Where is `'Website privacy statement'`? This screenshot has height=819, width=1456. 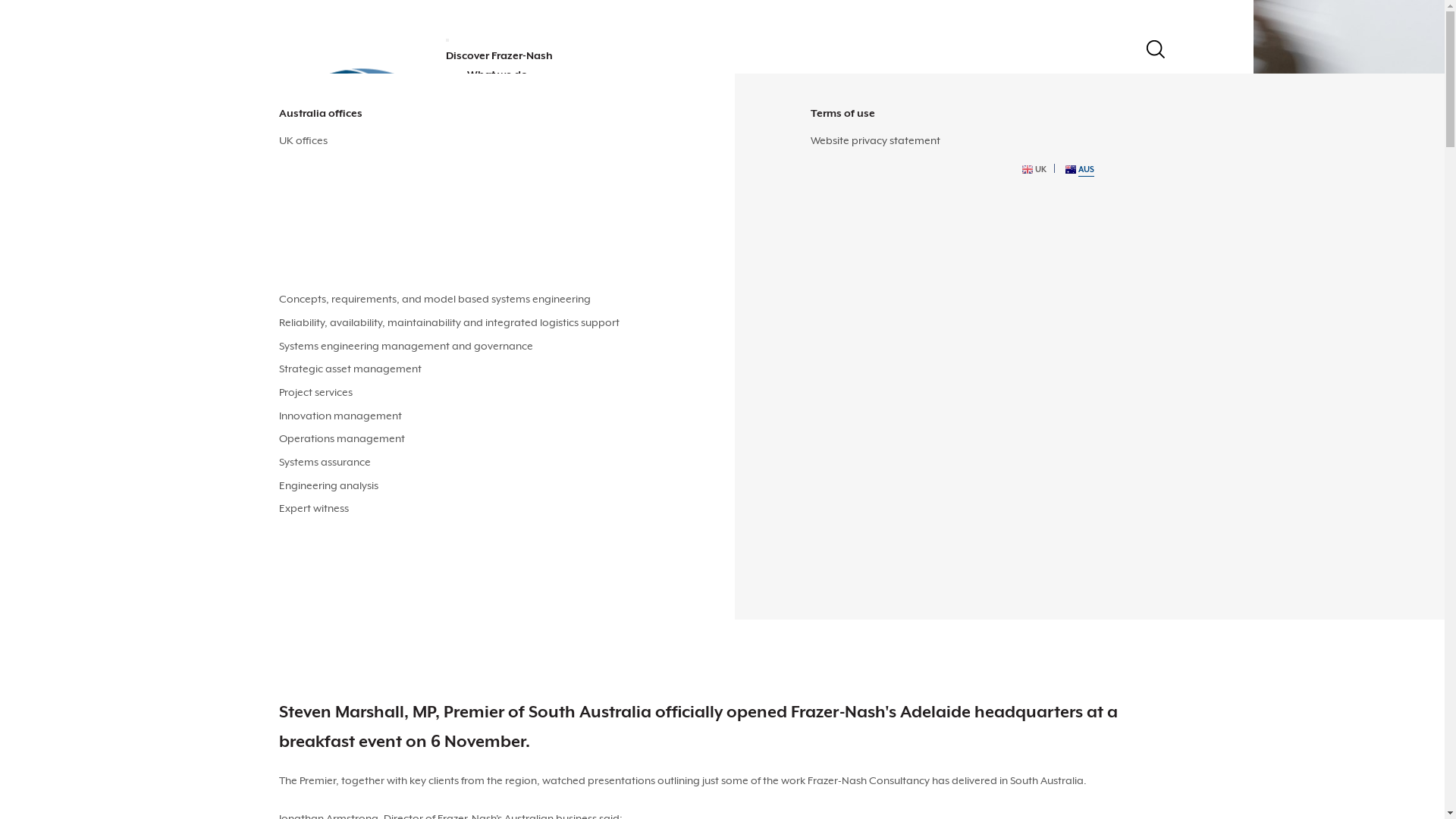 'Website privacy statement' is located at coordinates (875, 140).